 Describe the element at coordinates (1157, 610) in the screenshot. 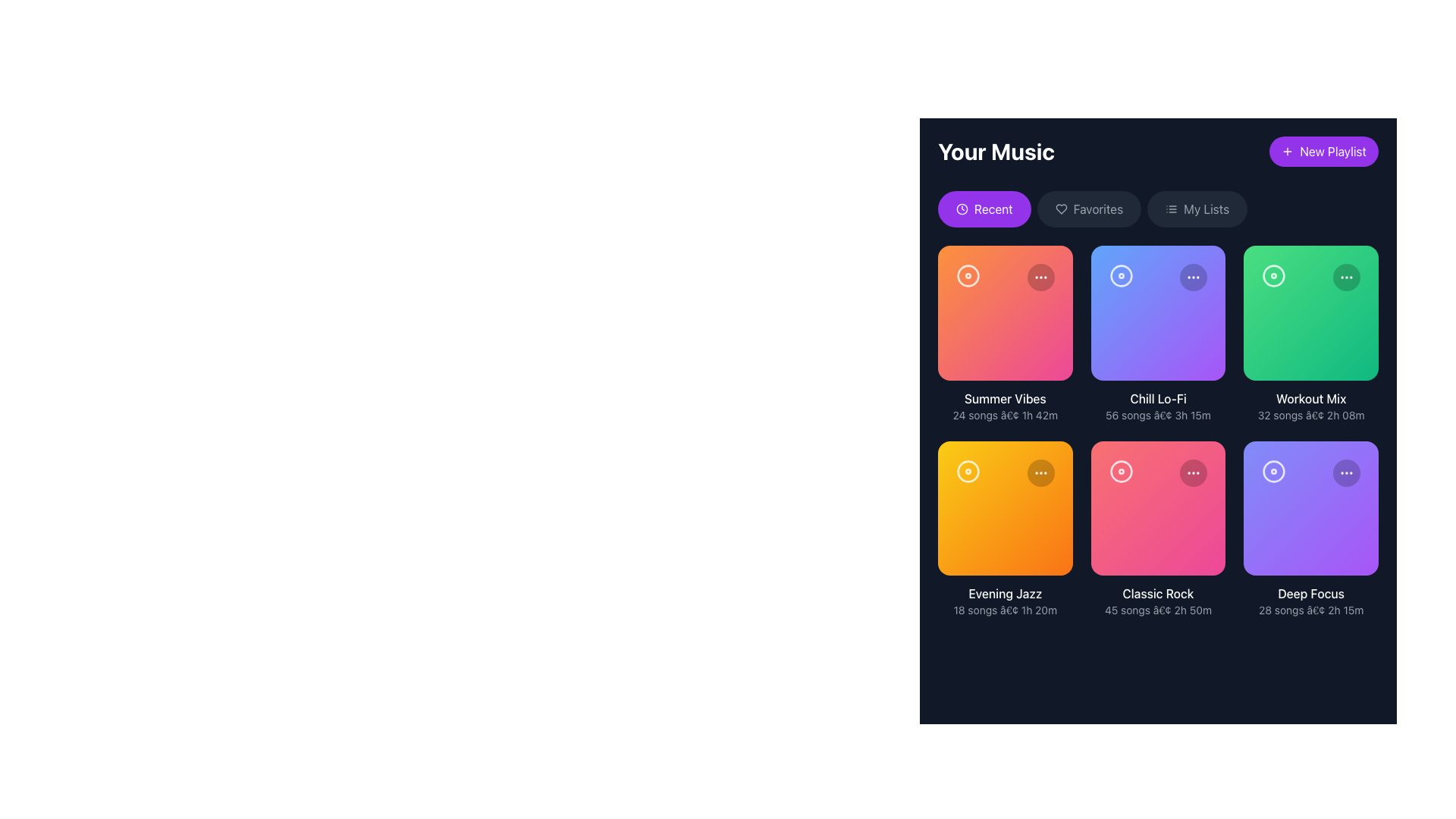

I see `the text label displaying '45 songs • 2h 50m', which is styled in gray and located directly below the title 'Classic Rock' within the card interface` at that location.